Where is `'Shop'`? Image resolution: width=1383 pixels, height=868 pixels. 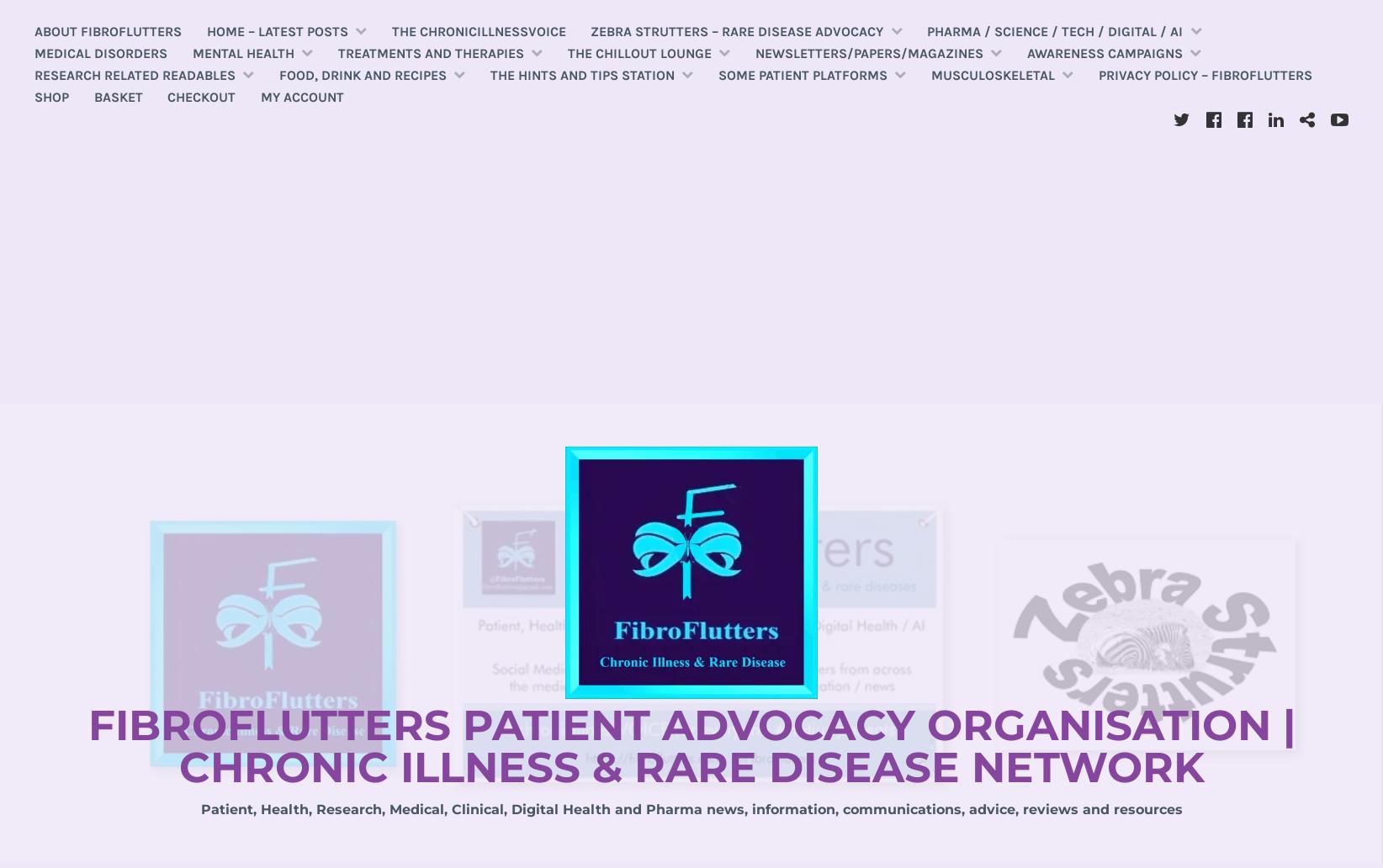
'Shop' is located at coordinates (51, 96).